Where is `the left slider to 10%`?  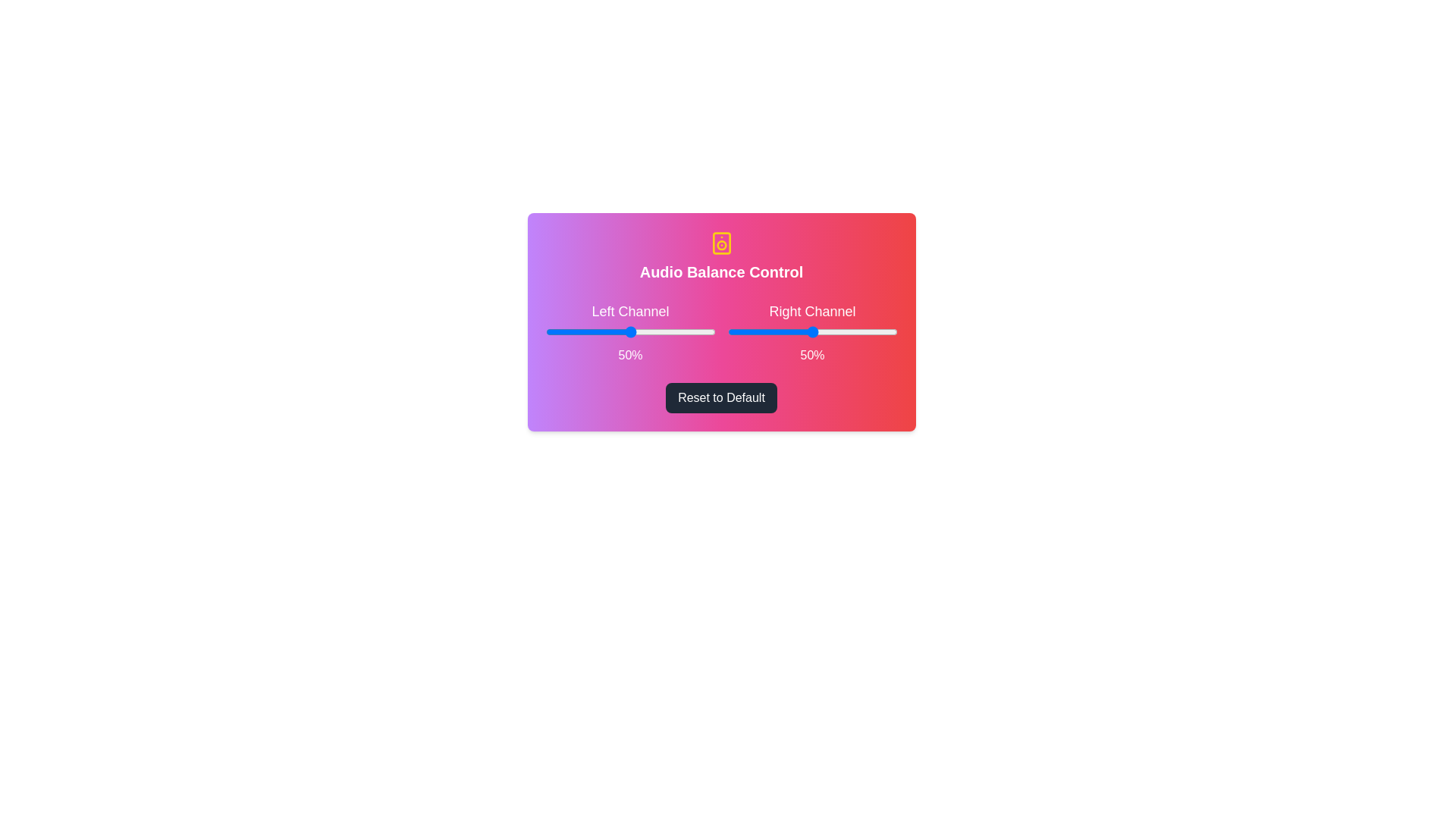
the left slider to 10% is located at coordinates (561, 331).